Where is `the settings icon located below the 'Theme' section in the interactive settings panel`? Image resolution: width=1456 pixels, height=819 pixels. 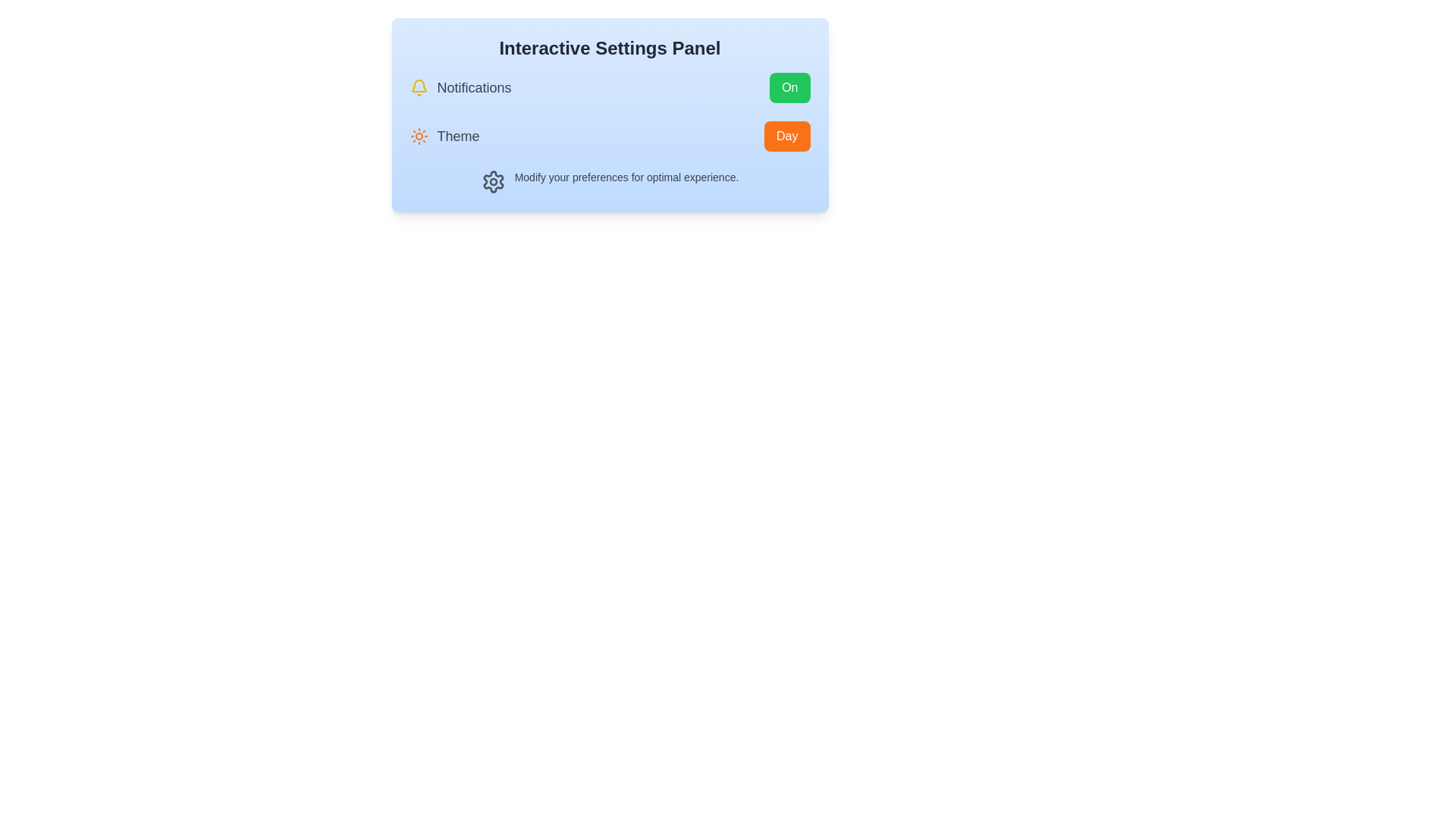 the settings icon located below the 'Theme' section in the interactive settings panel is located at coordinates (493, 180).